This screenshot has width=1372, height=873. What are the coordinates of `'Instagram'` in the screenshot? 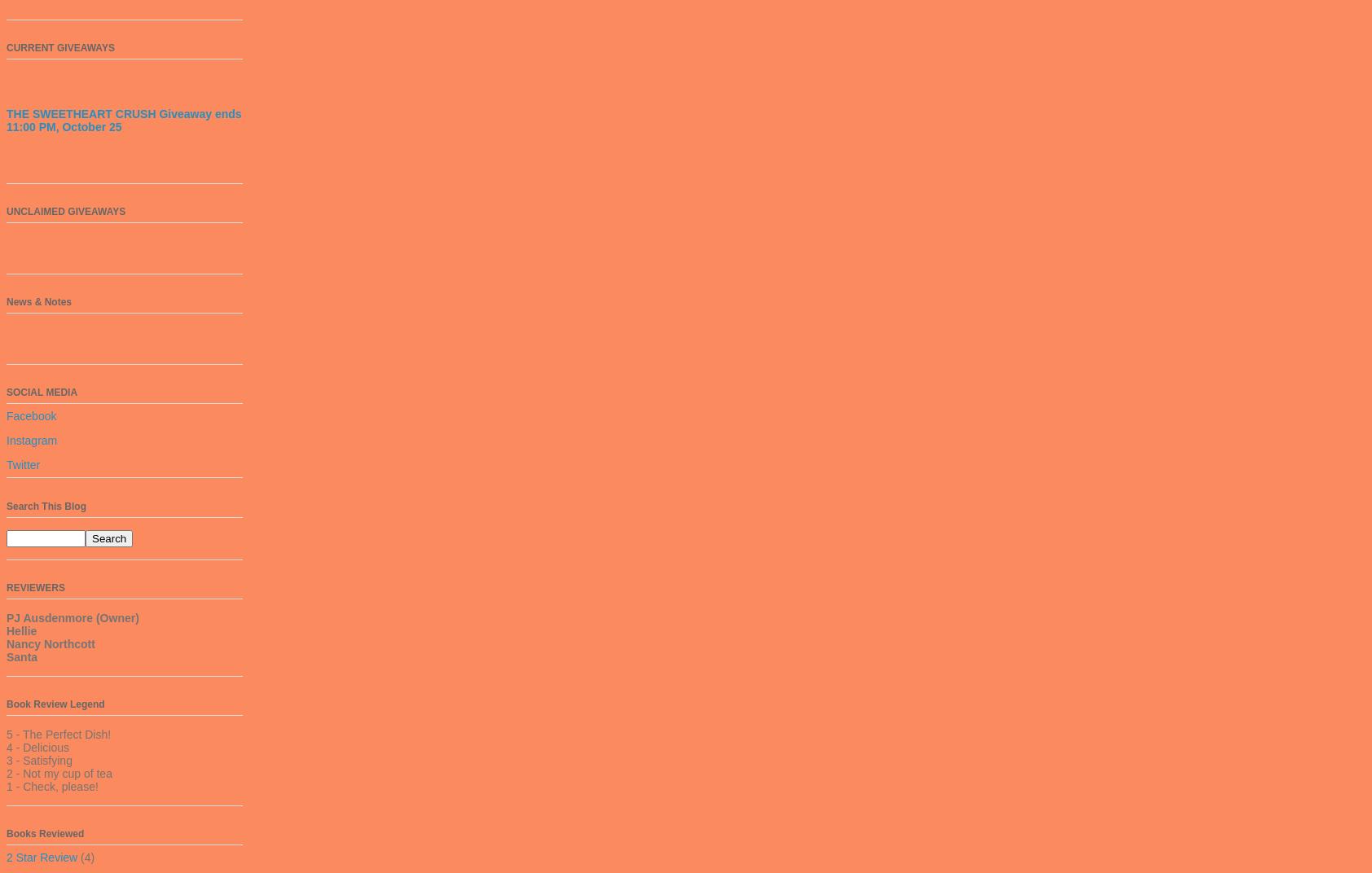 It's located at (31, 440).